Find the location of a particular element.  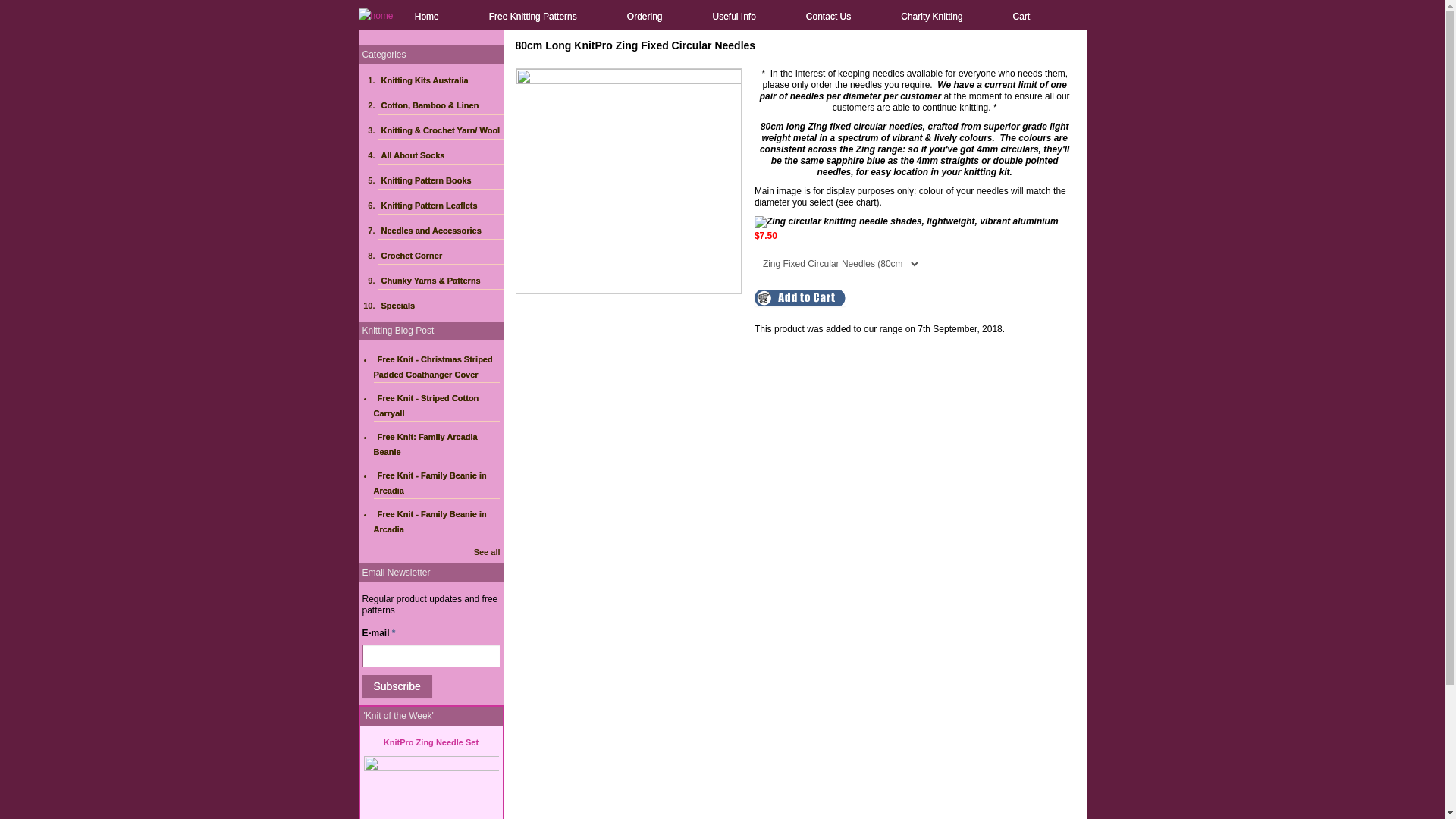

'Knitting Kits Australia' is located at coordinates (440, 80).